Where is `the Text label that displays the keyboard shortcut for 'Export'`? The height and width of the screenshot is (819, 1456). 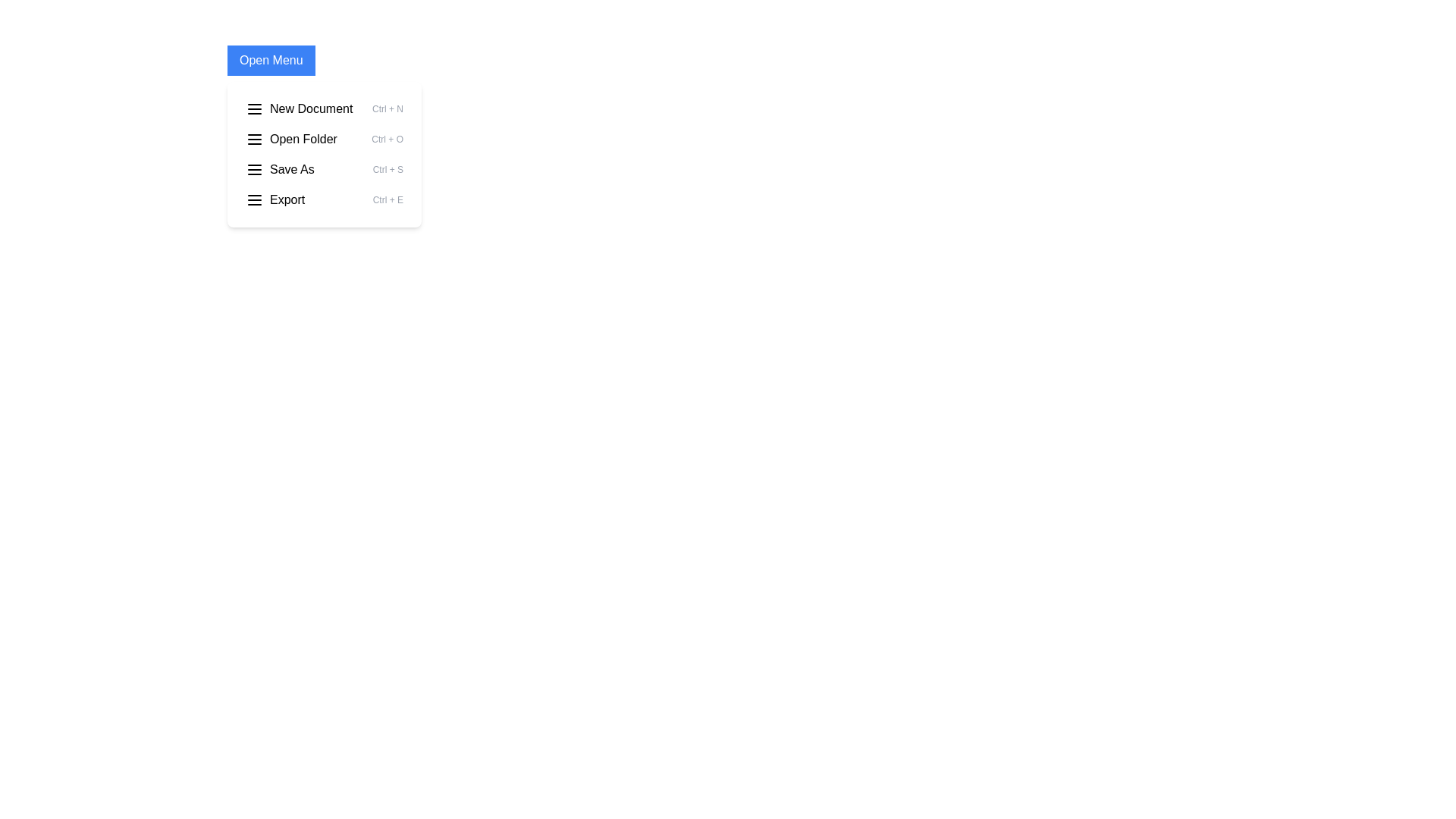
the Text label that displays the keyboard shortcut for 'Export' is located at coordinates (388, 199).